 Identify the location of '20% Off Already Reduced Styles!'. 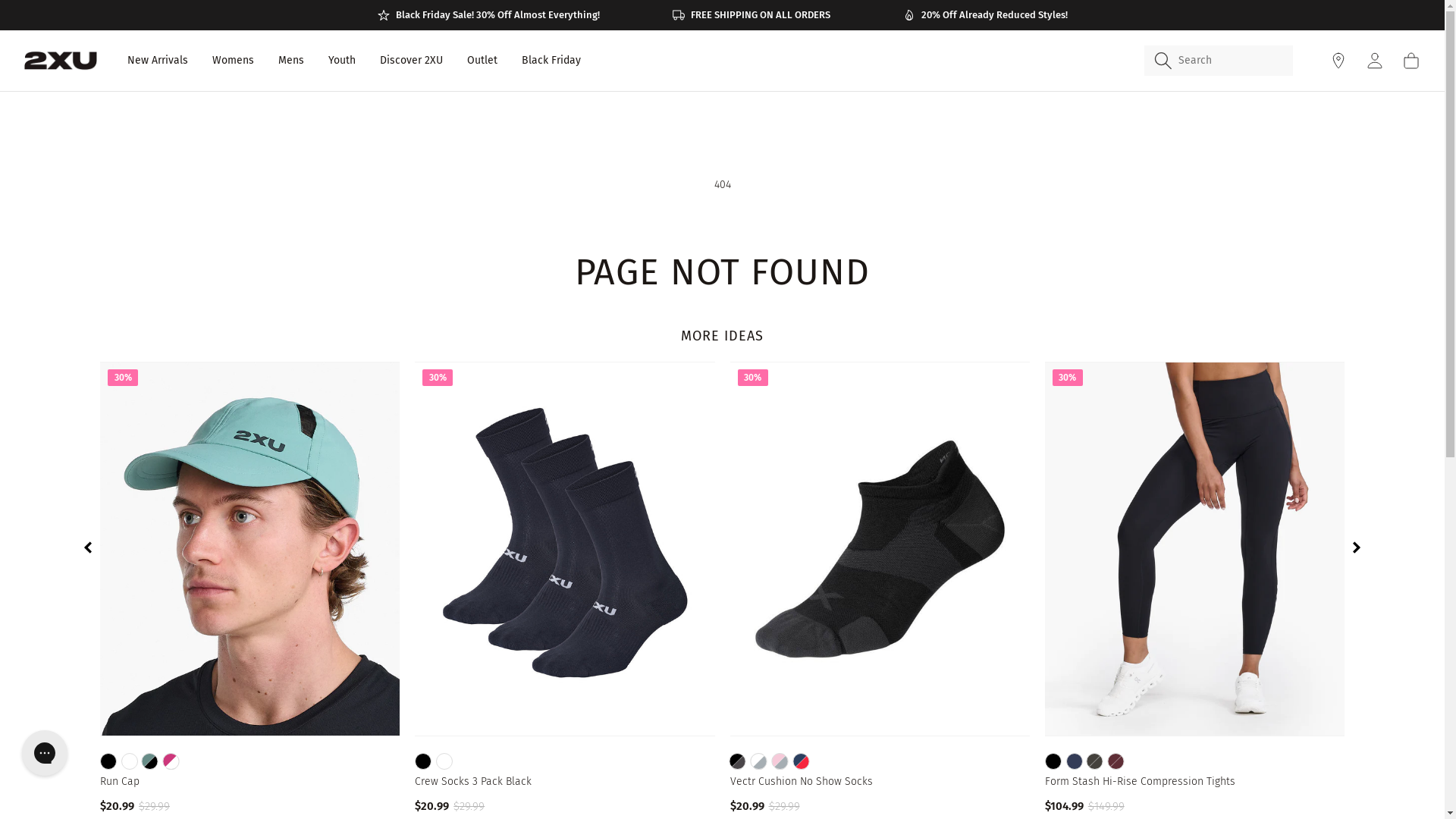
(984, 14).